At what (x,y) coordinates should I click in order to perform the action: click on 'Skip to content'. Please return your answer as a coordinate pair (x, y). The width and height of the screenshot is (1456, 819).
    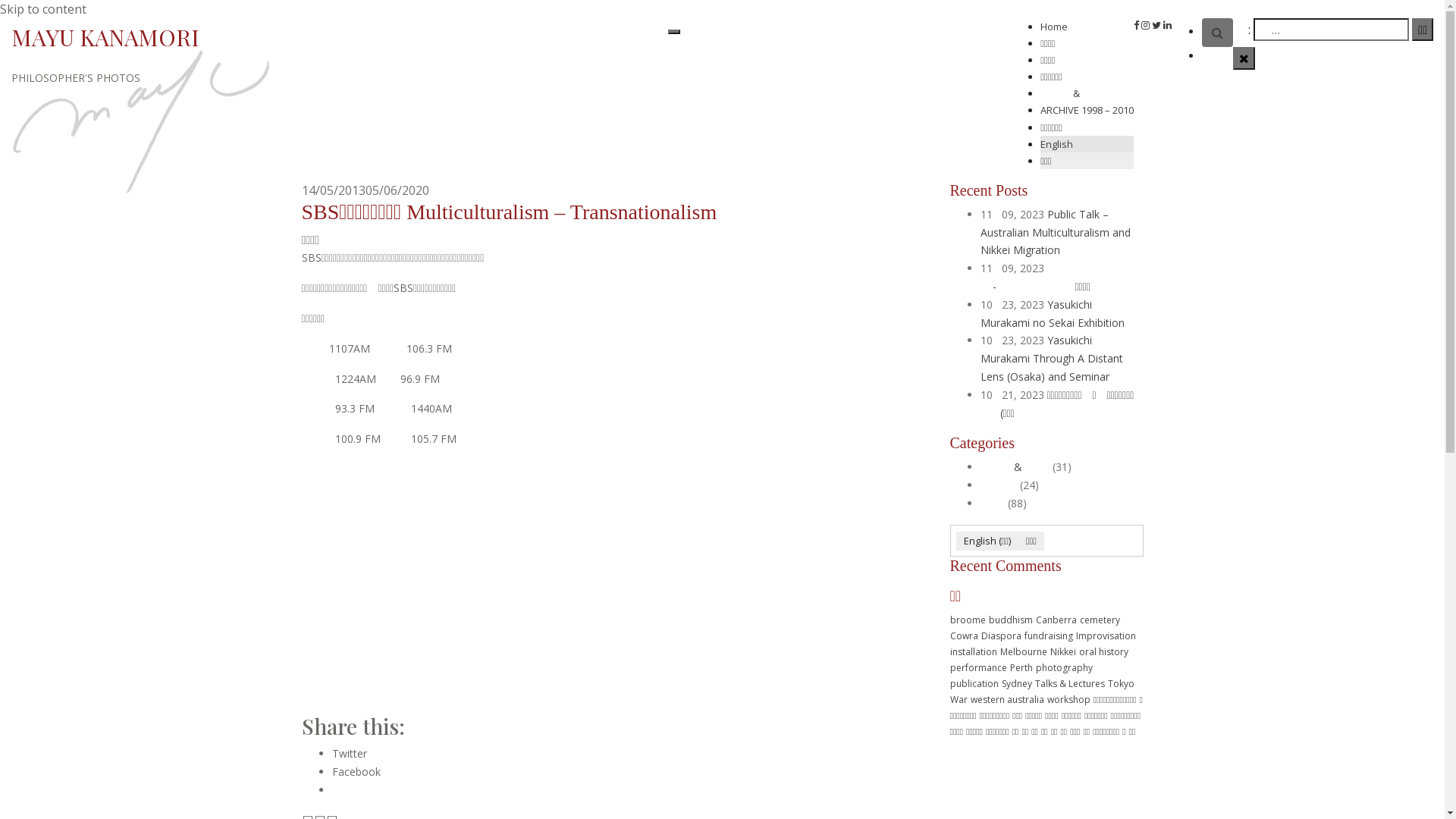
    Looking at the image, I should click on (43, 8).